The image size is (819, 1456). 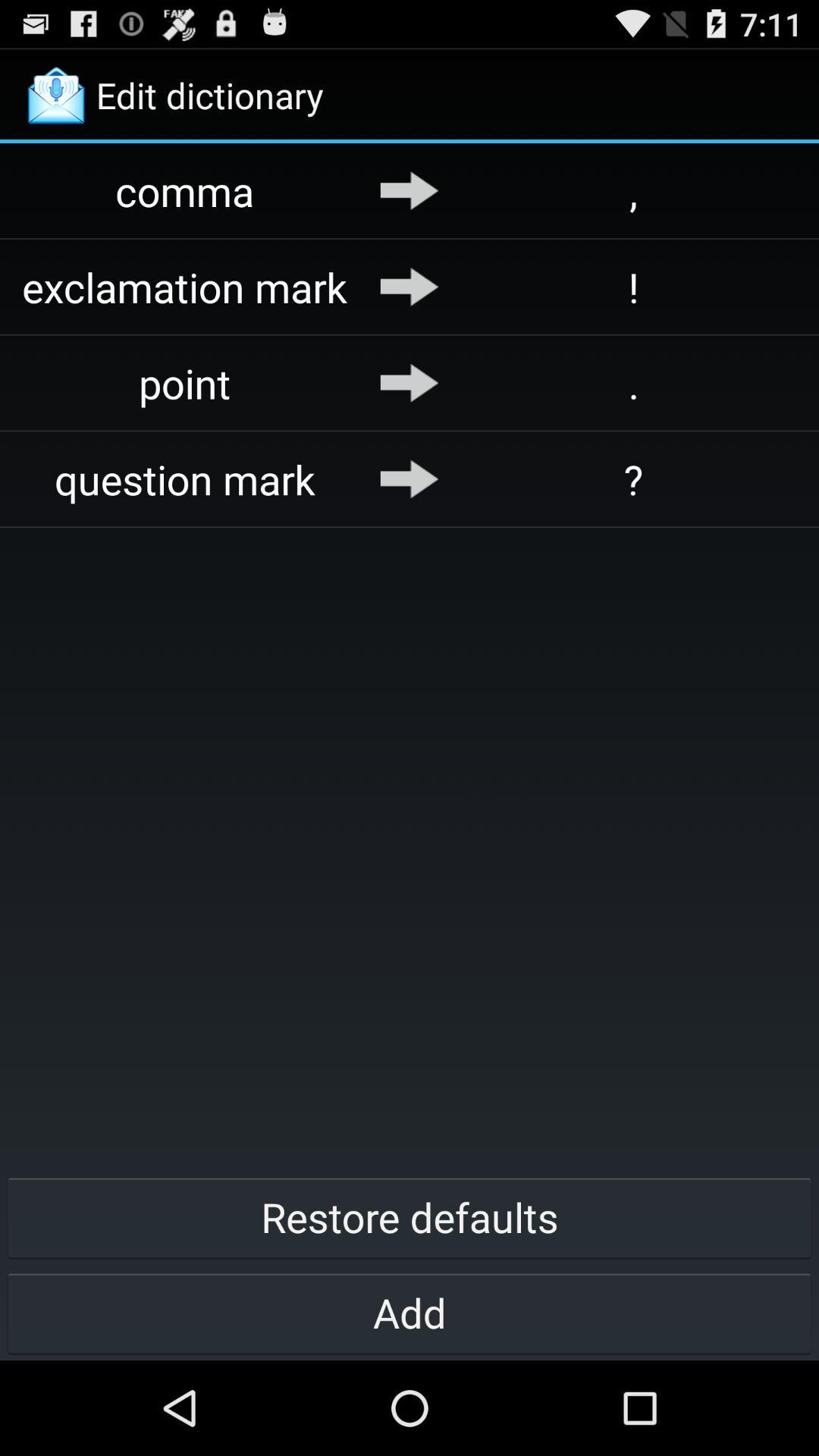 What do you see at coordinates (184, 287) in the screenshot?
I see `exclamation mark` at bounding box center [184, 287].